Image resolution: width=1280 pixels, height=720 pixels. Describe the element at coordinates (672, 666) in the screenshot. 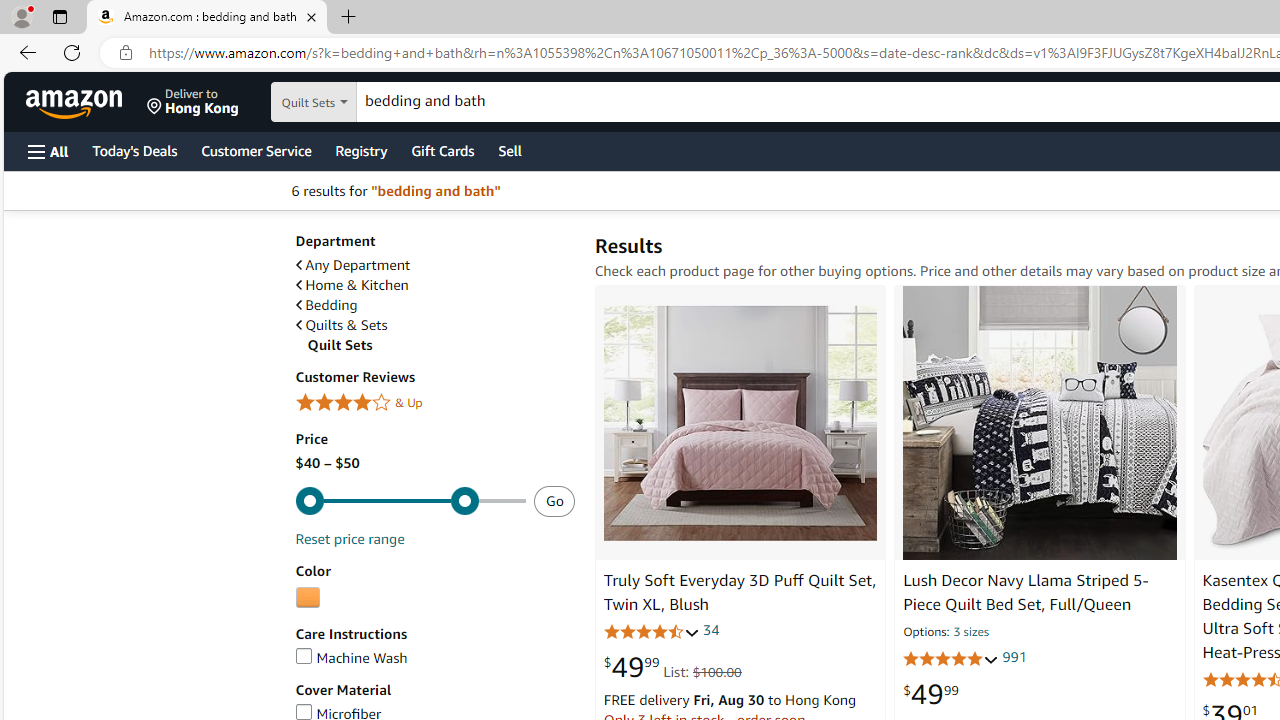

I see `'$49.99 List: $100.00'` at that location.